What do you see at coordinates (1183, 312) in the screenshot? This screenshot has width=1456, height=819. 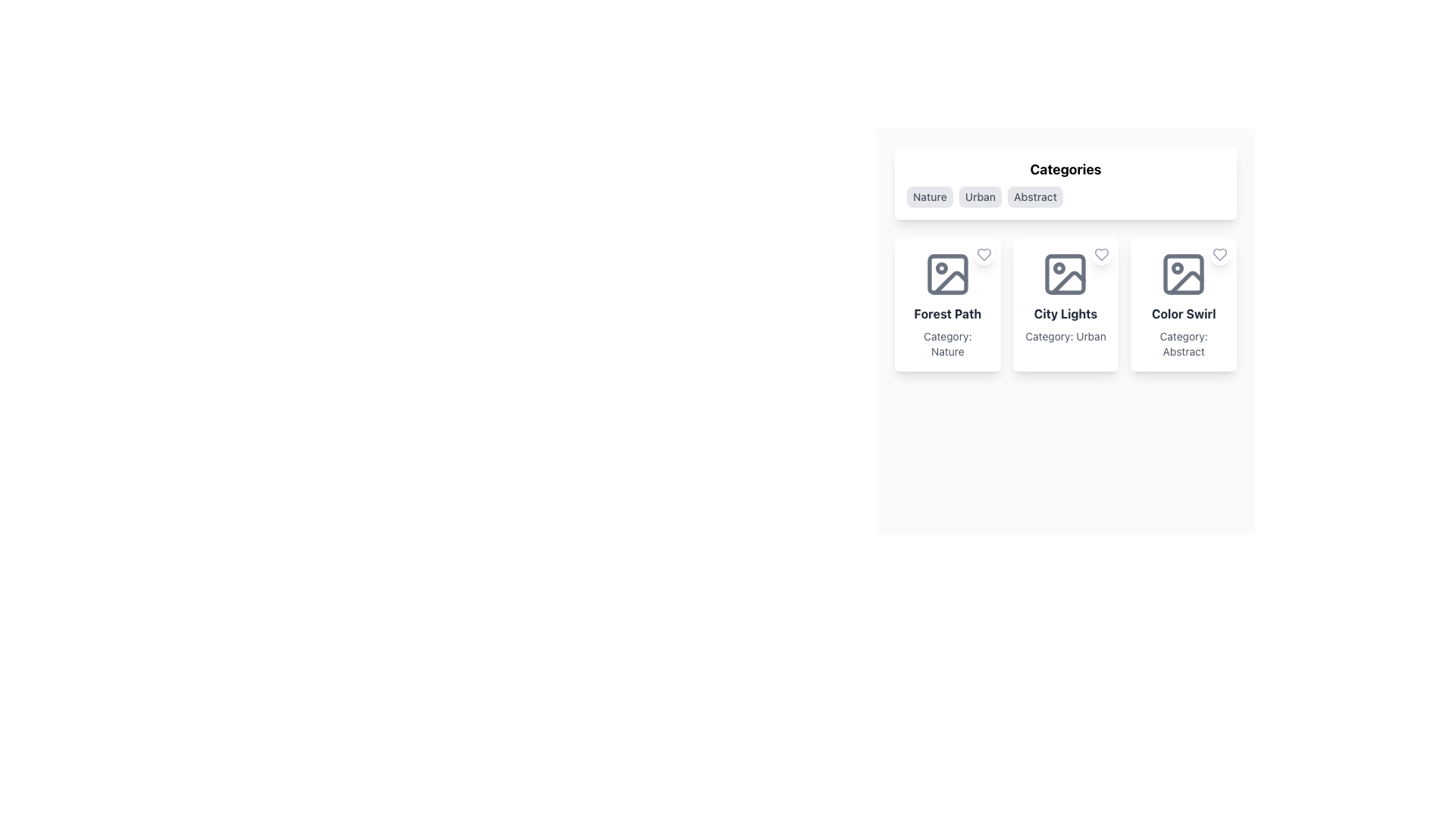 I see `Text label that serves as a title for the associated image and category details, positioned below the icon image and above the text 'Category: Abstract'` at bounding box center [1183, 312].